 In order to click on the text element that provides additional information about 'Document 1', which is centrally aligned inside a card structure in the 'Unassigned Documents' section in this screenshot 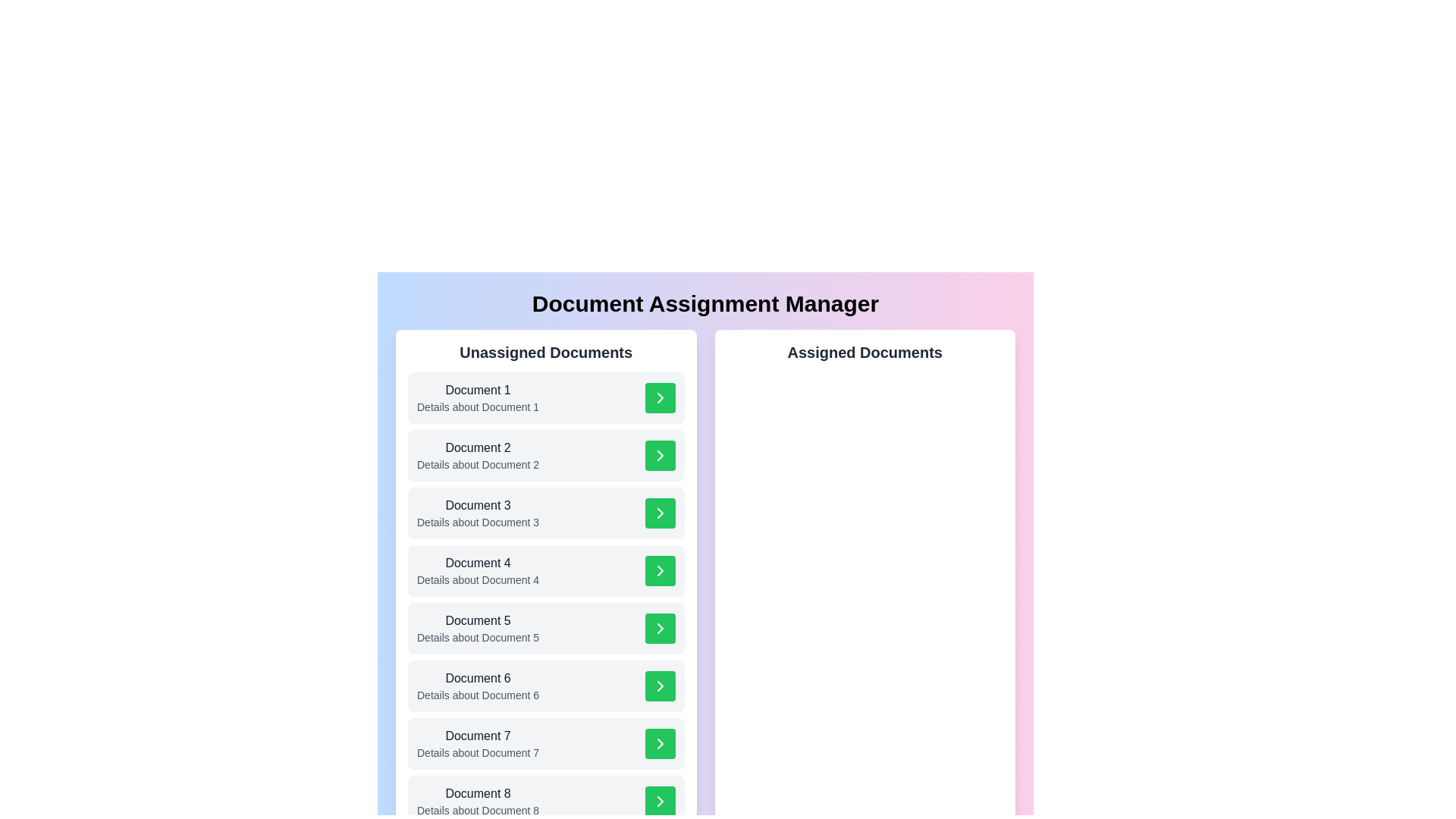, I will do `click(477, 406)`.